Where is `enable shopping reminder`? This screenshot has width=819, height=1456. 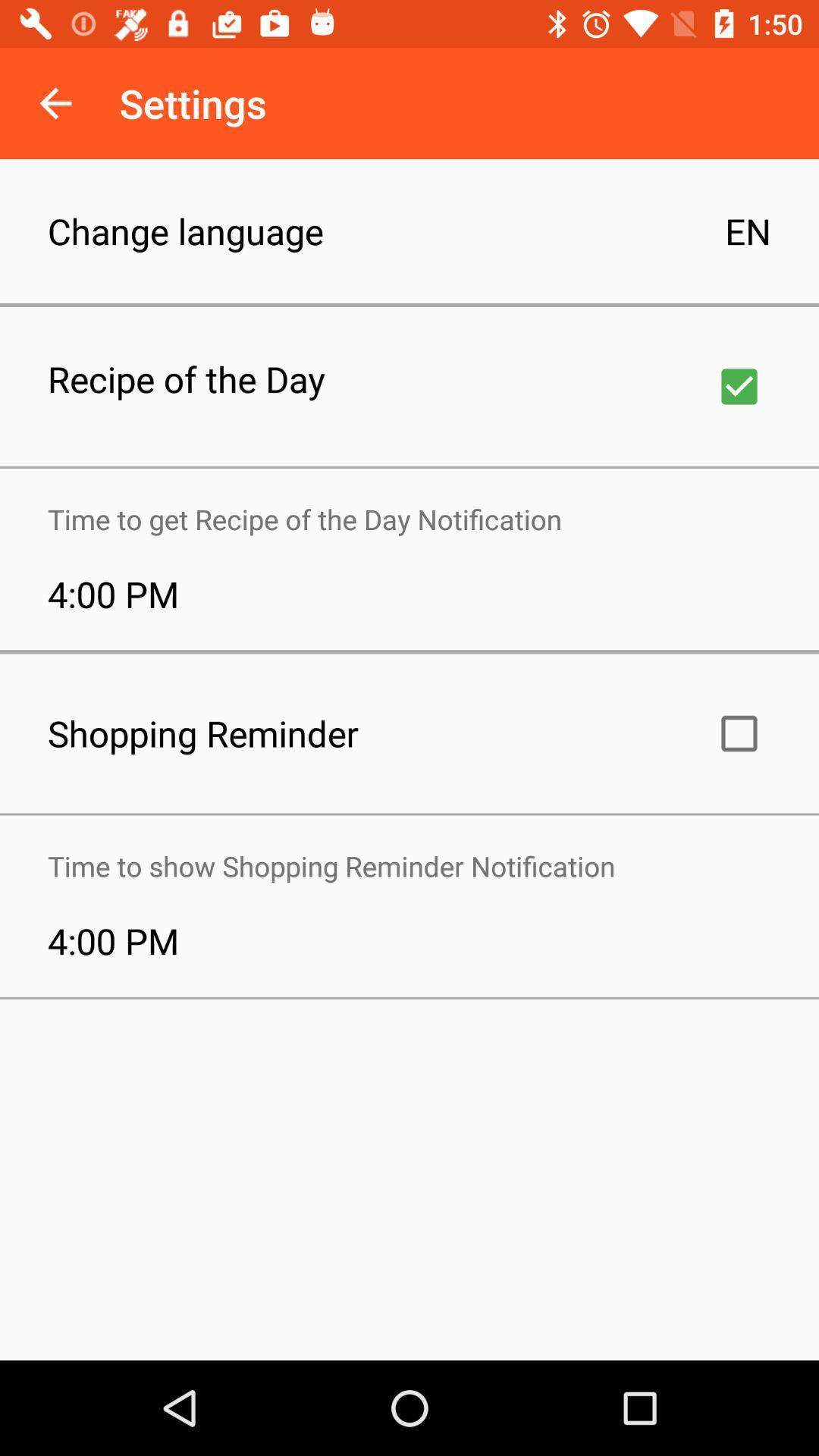
enable shopping reminder is located at coordinates (739, 733).